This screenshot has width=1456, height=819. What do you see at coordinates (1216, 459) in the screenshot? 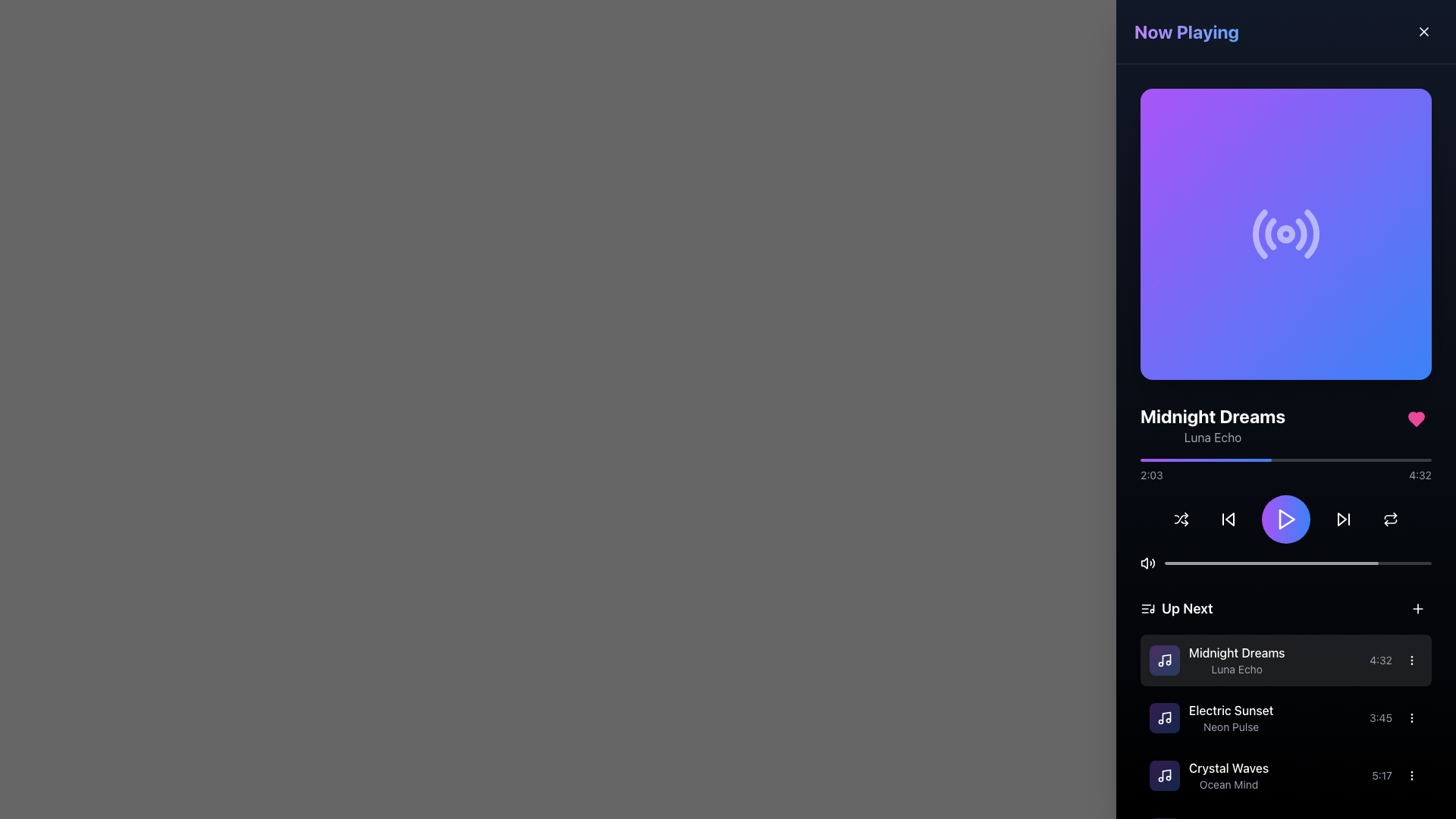
I see `the progress bar` at bounding box center [1216, 459].